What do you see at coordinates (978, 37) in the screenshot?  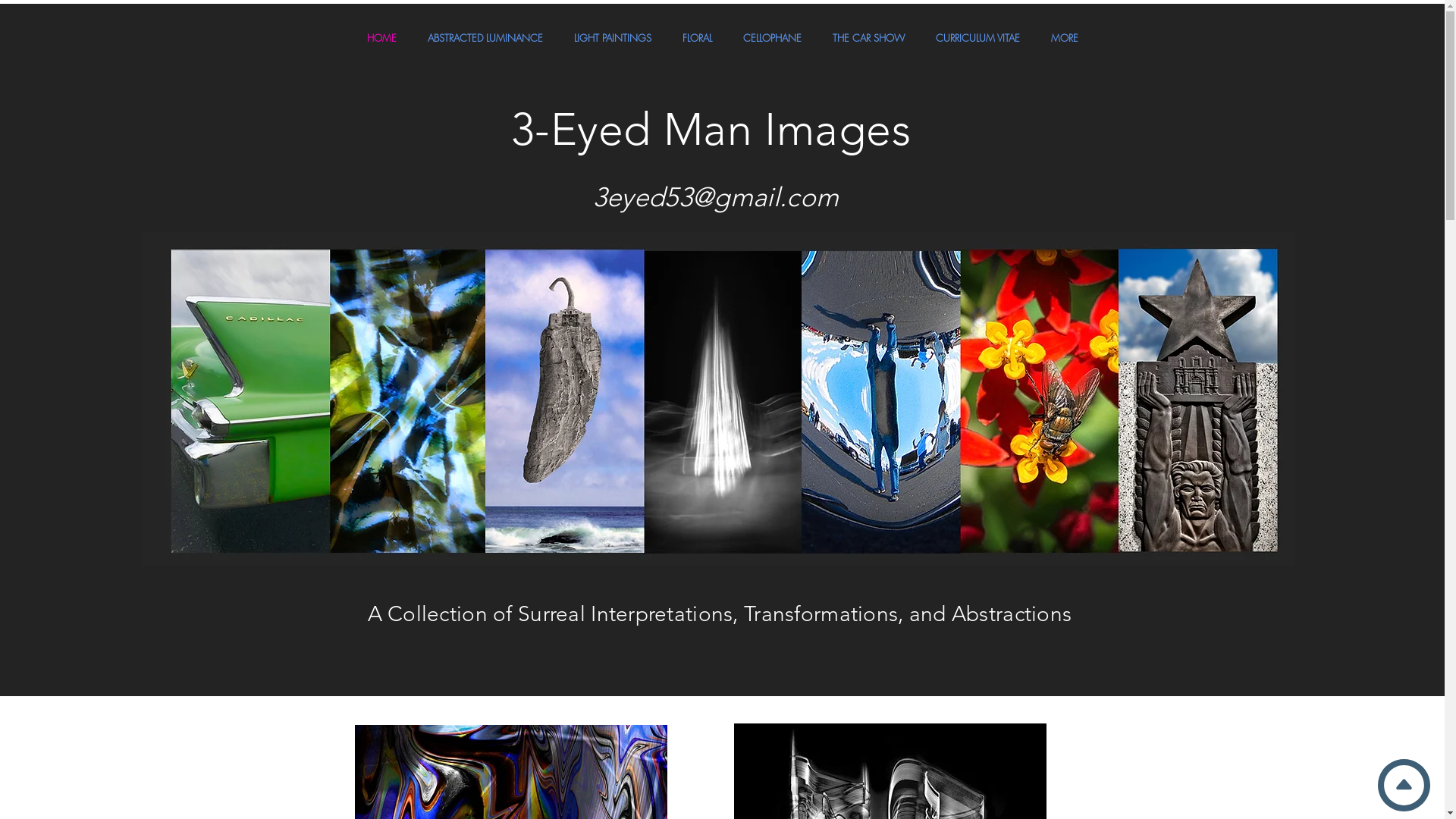 I see `'CURRICULUM VITAE'` at bounding box center [978, 37].